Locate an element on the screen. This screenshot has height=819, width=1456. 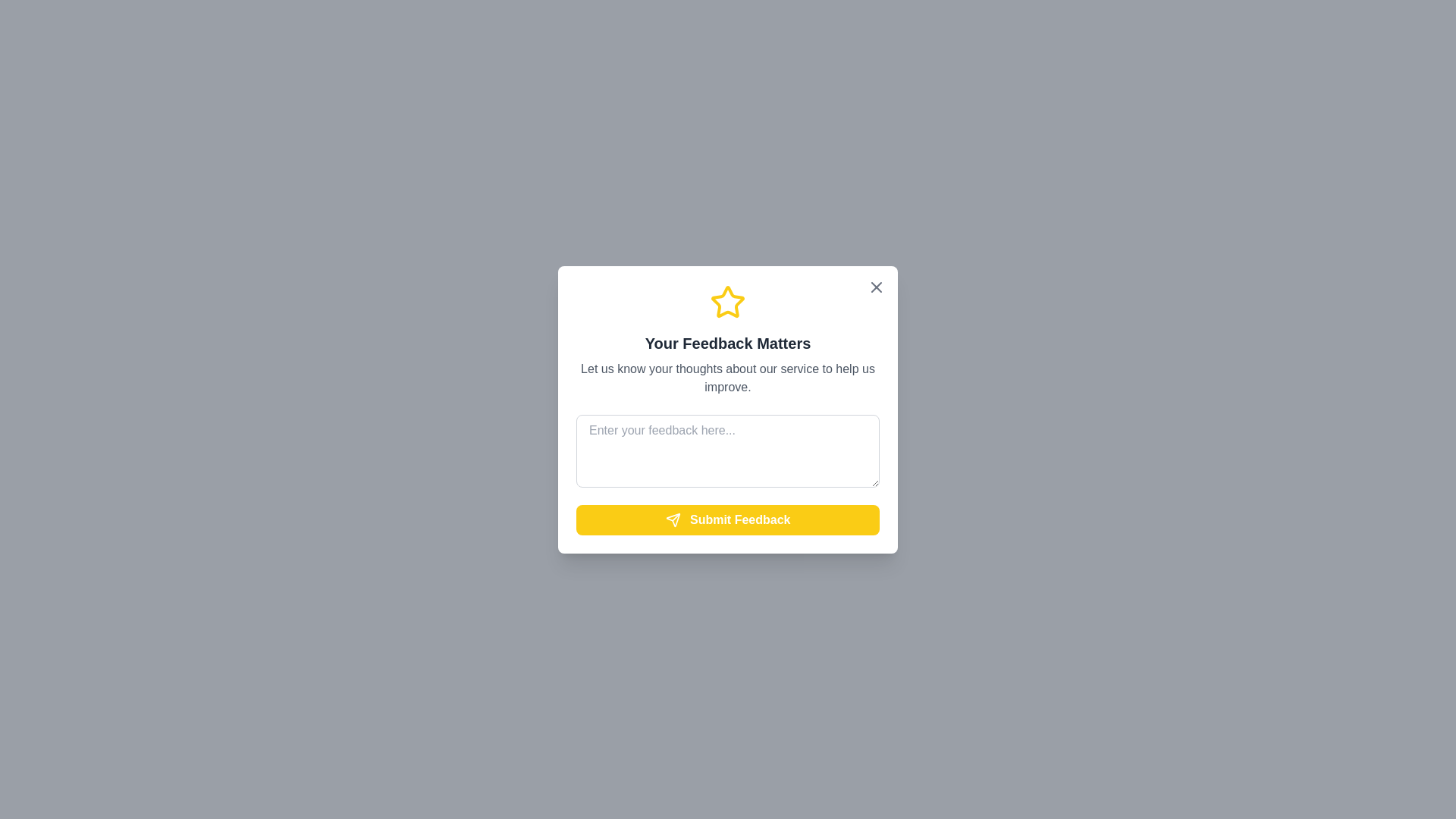
the 'Submit Feedback' button to submit the feedback is located at coordinates (728, 519).